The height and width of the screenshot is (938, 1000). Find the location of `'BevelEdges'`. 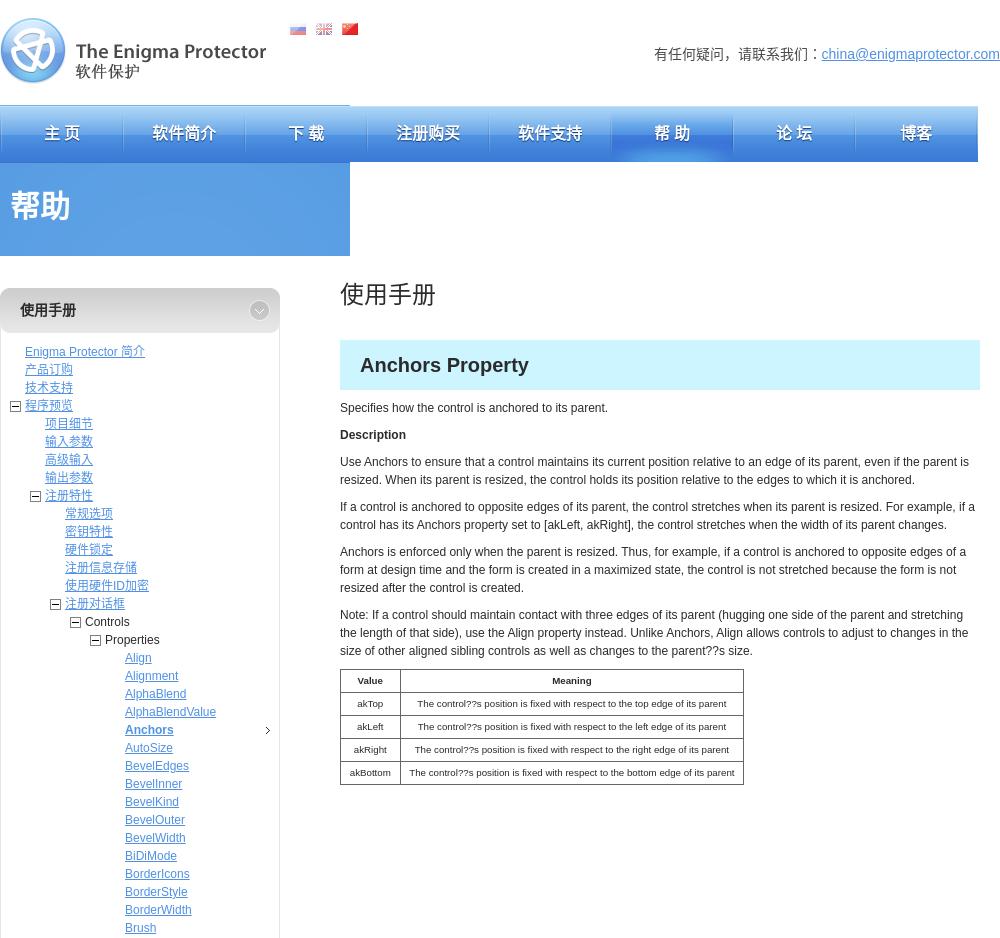

'BevelEdges' is located at coordinates (157, 765).